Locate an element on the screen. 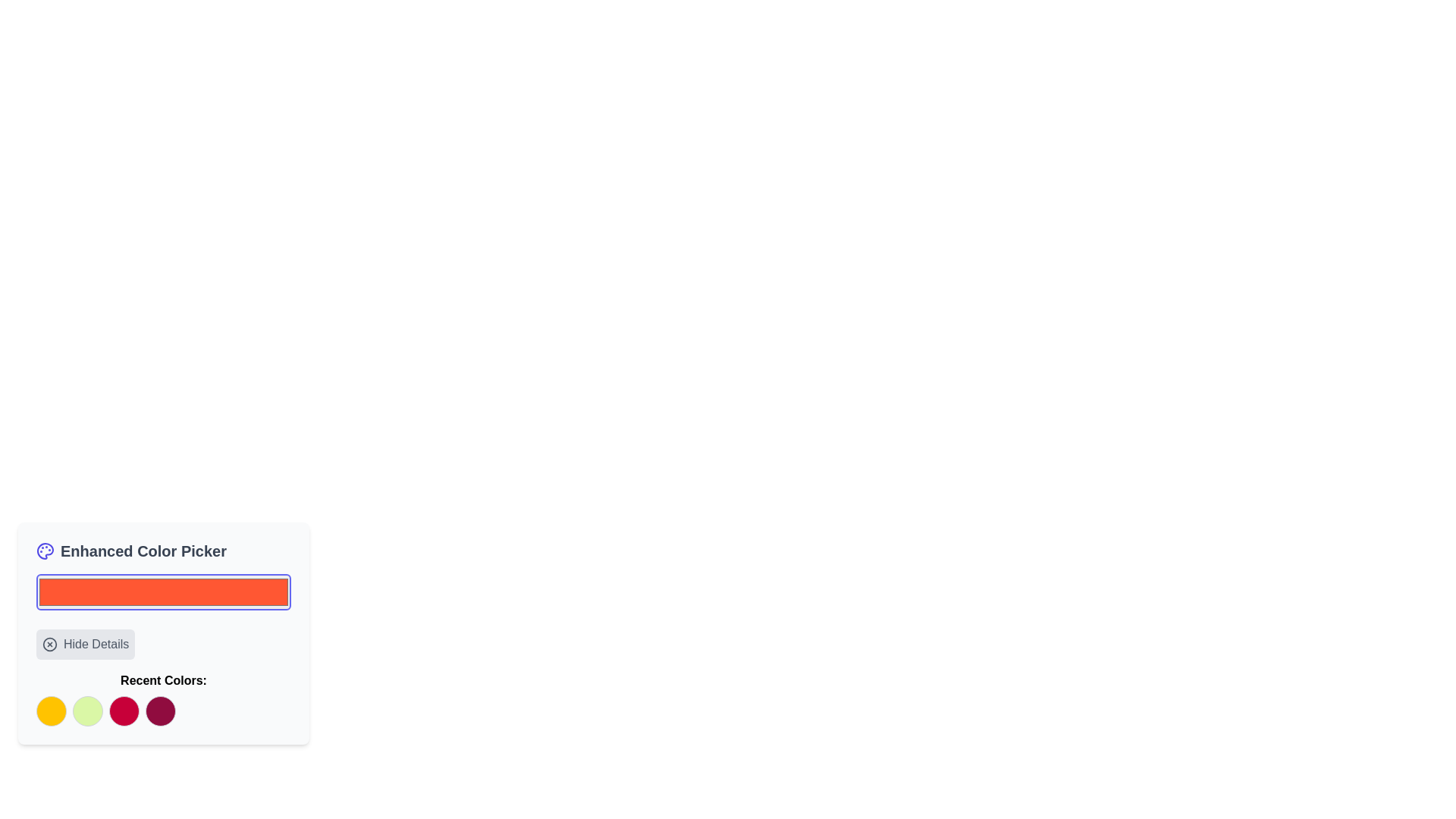 The height and width of the screenshot is (819, 1456). displayed title of the header element located at the top of a section with a light background, positioned above a bordered color field input is located at coordinates (164, 551).